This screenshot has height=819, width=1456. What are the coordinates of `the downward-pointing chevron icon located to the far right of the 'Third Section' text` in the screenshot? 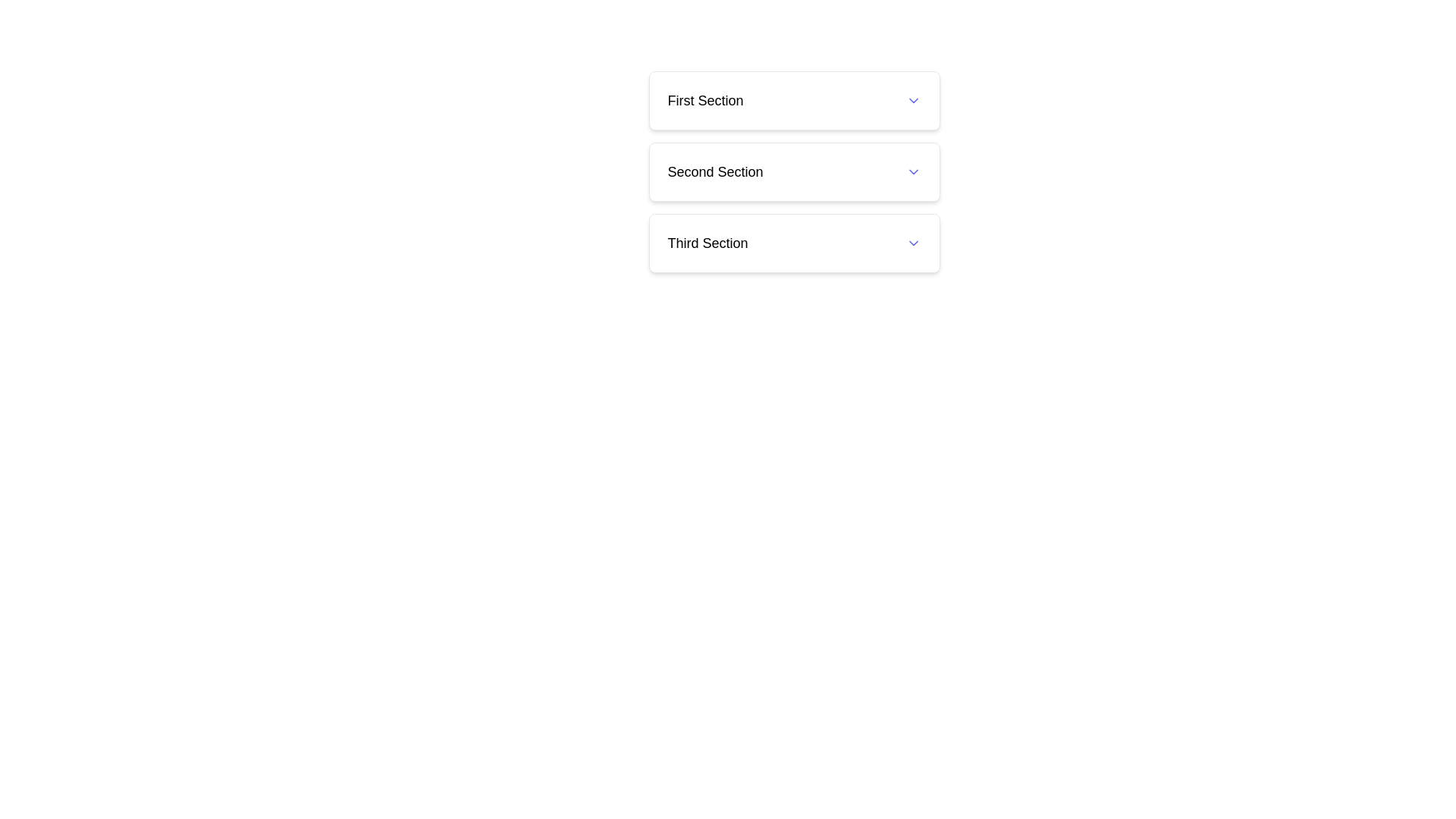 It's located at (912, 242).